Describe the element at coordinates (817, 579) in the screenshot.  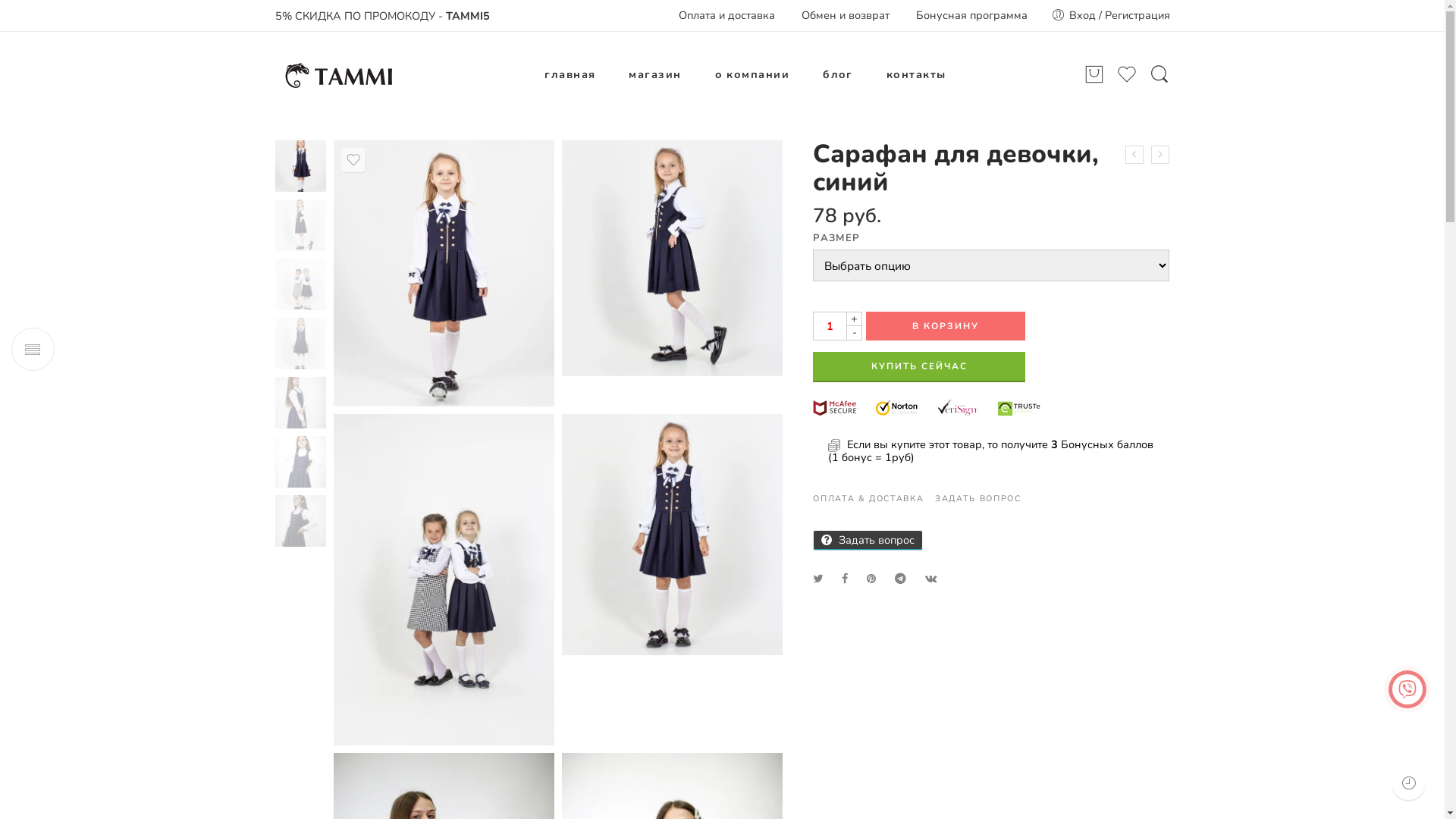
I see `'Share on Twitter'` at that location.